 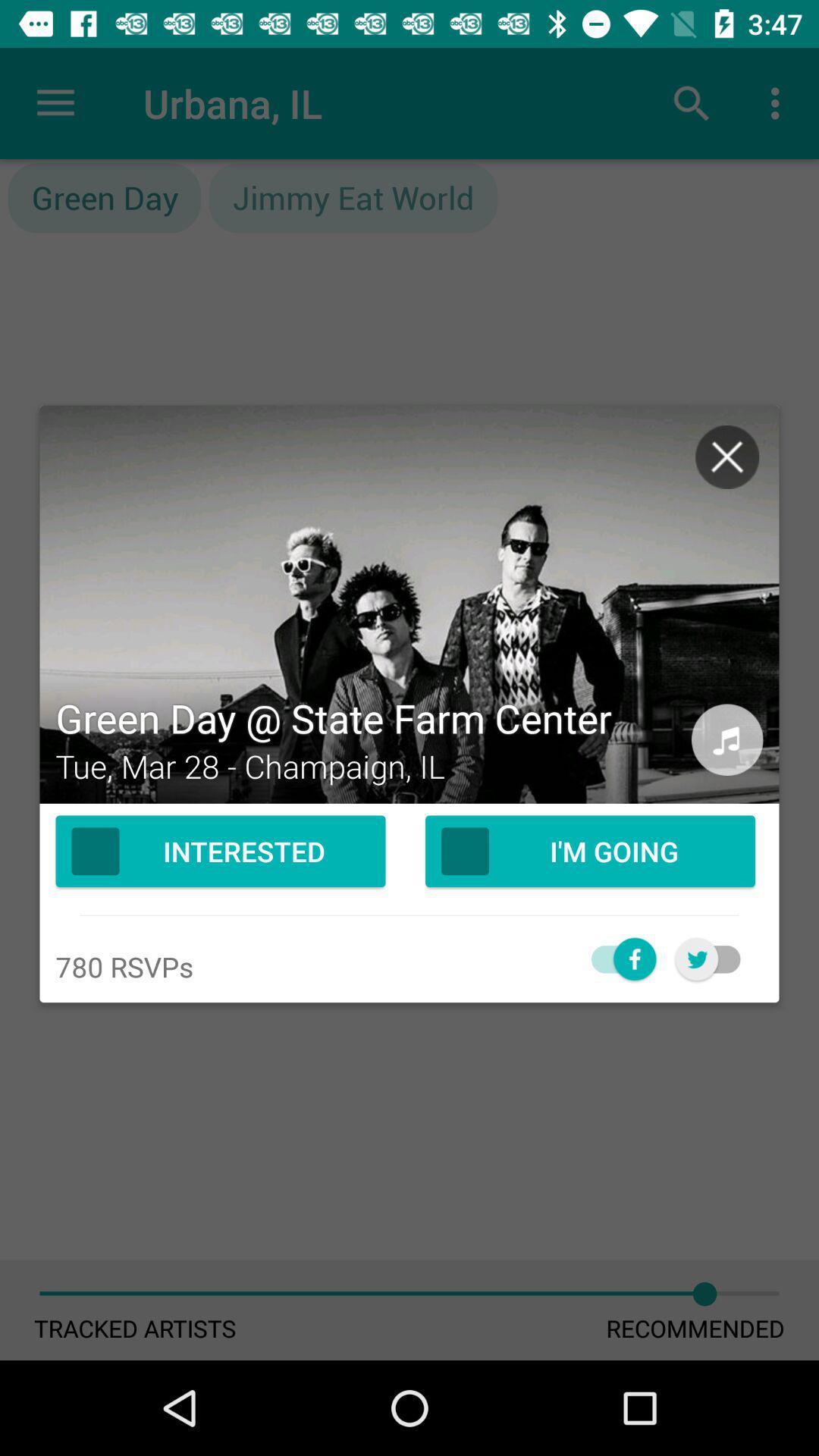 I want to click on autoplay option, so click(x=615, y=958).